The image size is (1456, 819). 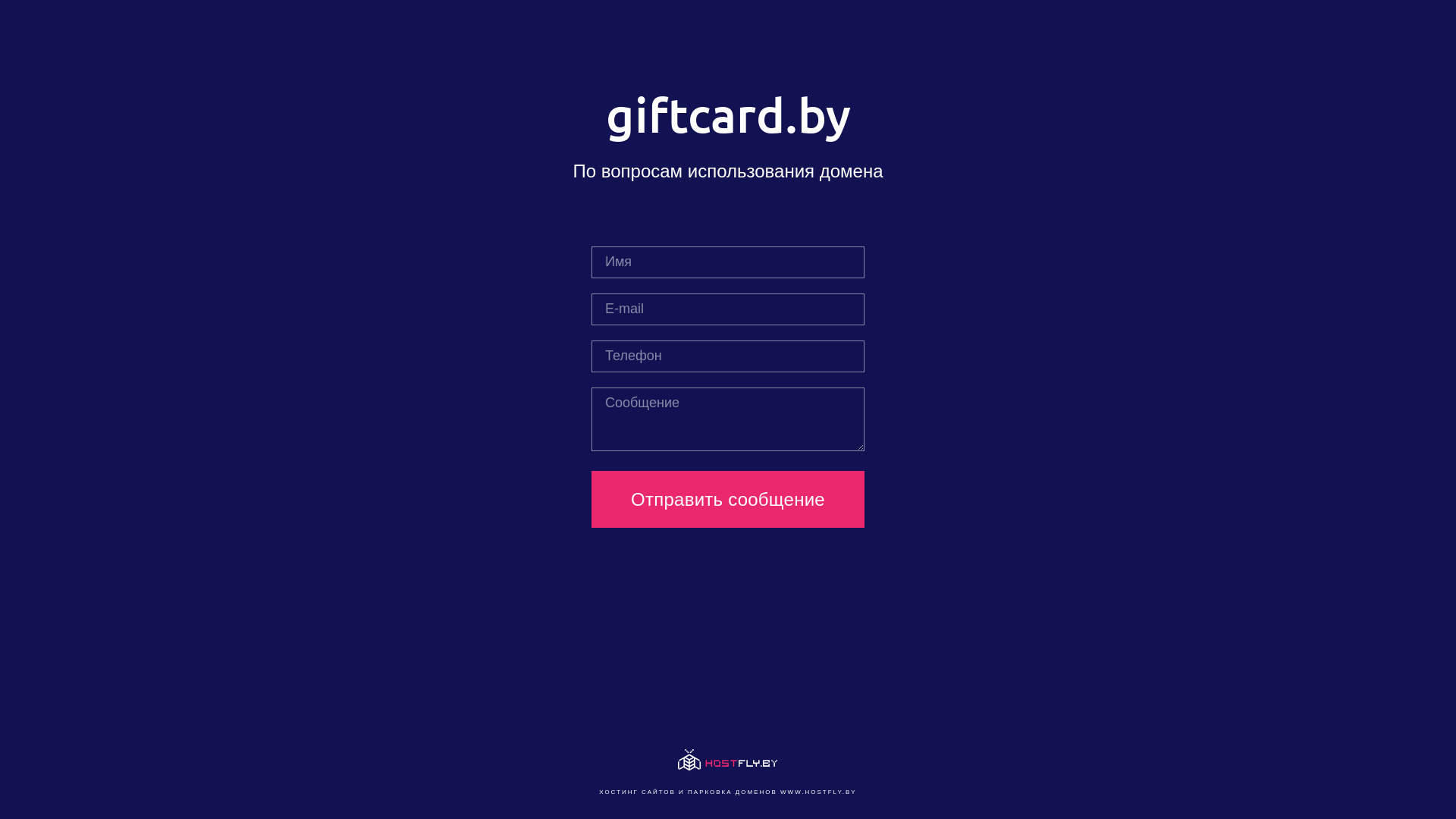 I want to click on 'WWW.HOSTFLY.BY', so click(x=817, y=791).